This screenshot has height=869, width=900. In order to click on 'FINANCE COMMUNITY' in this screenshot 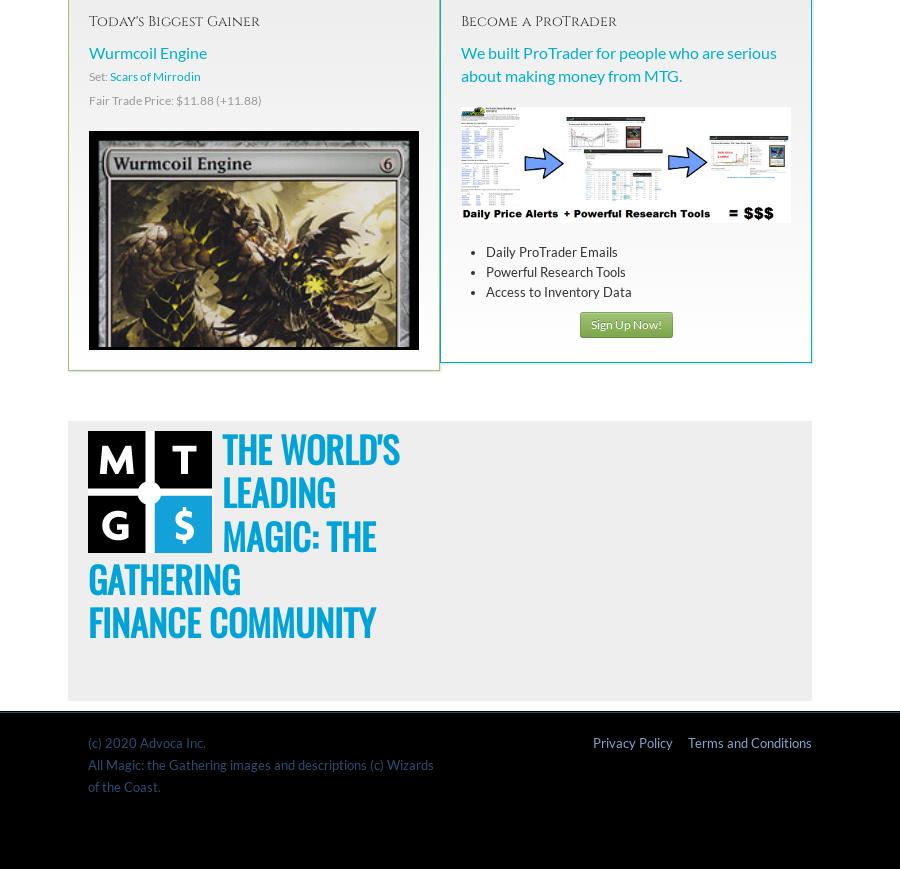, I will do `click(230, 621)`.